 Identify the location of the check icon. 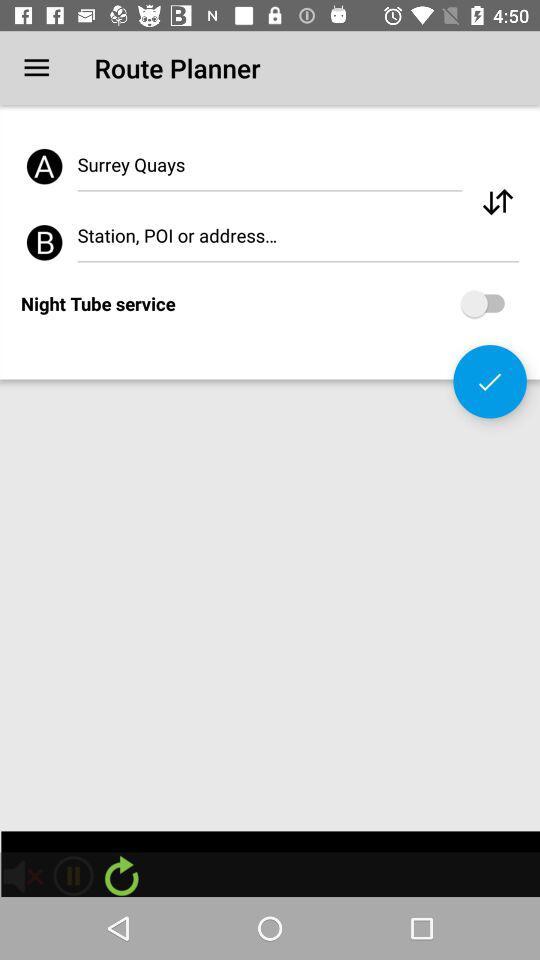
(489, 380).